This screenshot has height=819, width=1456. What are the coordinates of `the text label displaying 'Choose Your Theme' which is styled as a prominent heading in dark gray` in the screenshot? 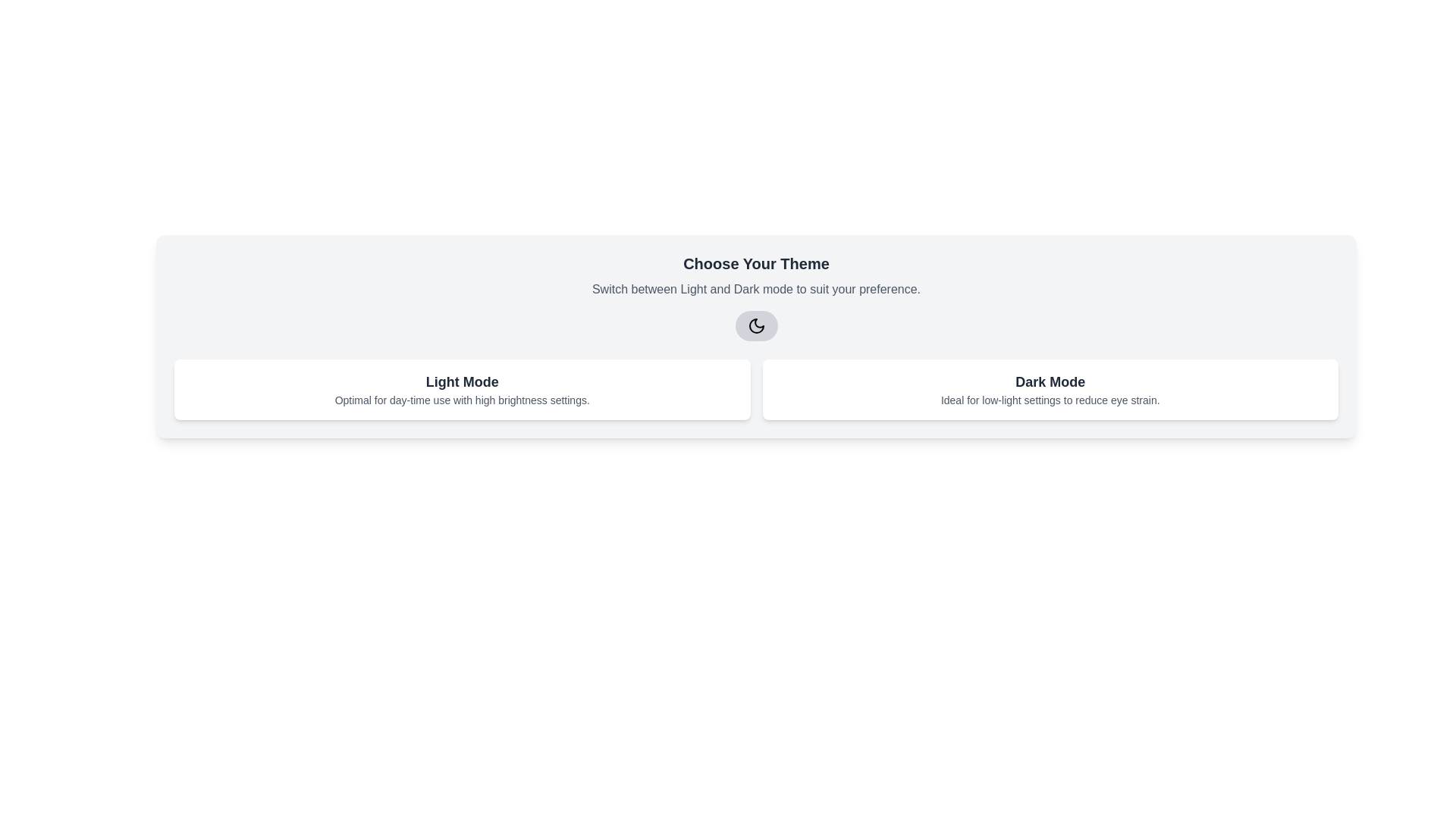 It's located at (756, 262).